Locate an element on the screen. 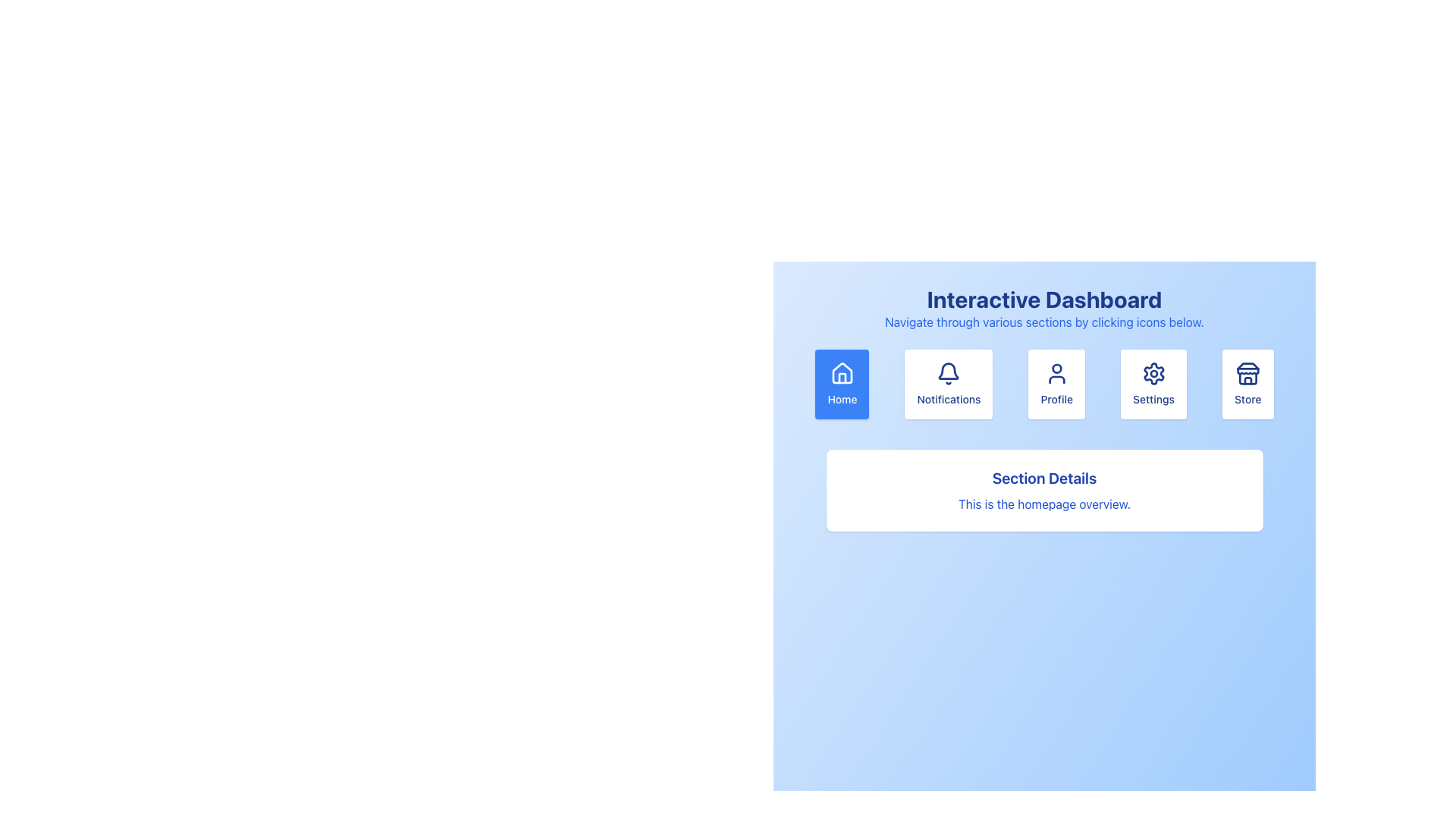 The width and height of the screenshot is (1456, 819). the storefront icon within the button located at the far-right position of the row beneath 'Interactive Dashboard' is located at coordinates (1247, 374).